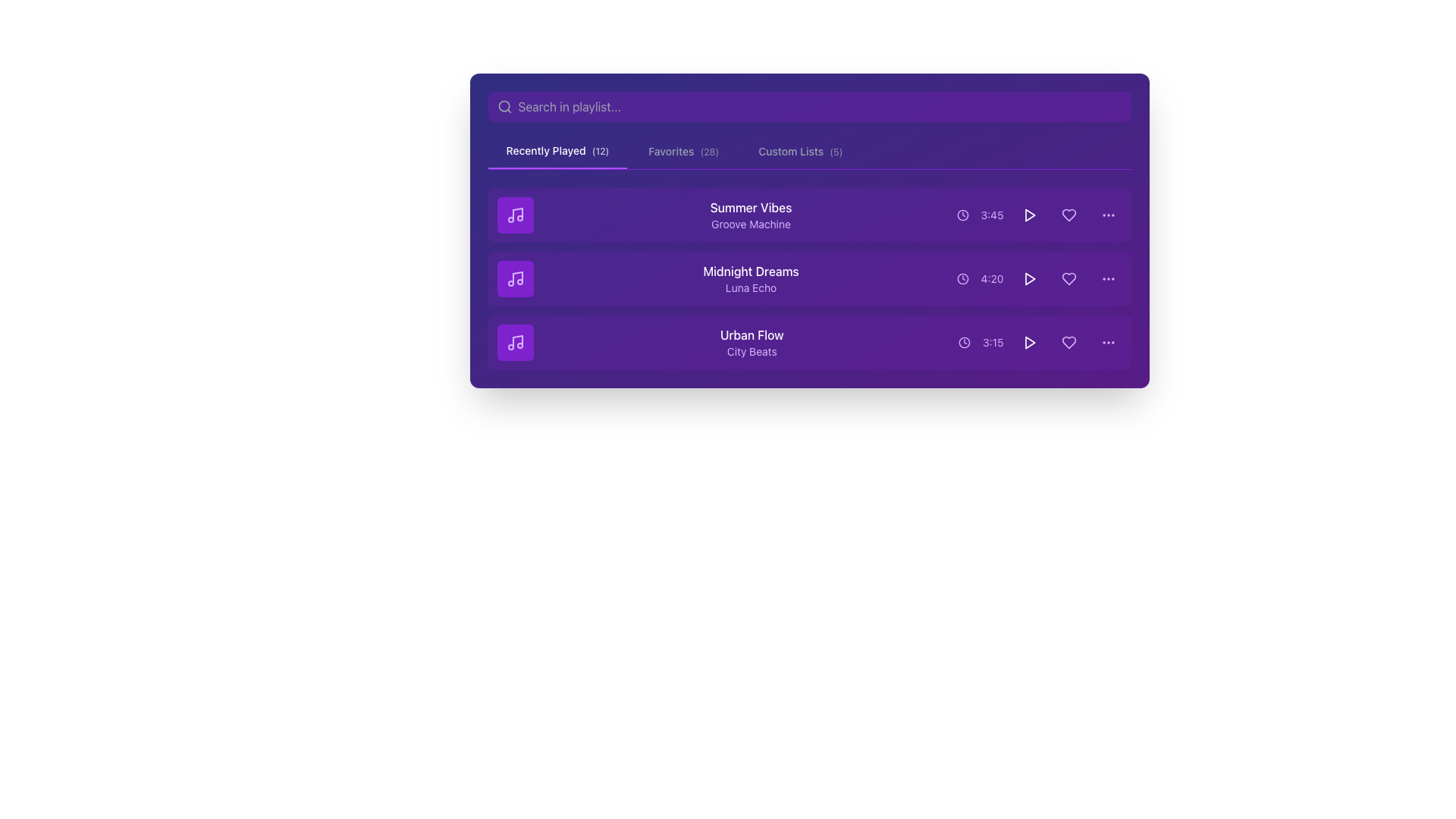 The image size is (1456, 819). What do you see at coordinates (515, 342) in the screenshot?
I see `the audio track icon for 'Urban Flow City Beats' located in the 'Recently Played' section, which is the first element of the third list item` at bounding box center [515, 342].